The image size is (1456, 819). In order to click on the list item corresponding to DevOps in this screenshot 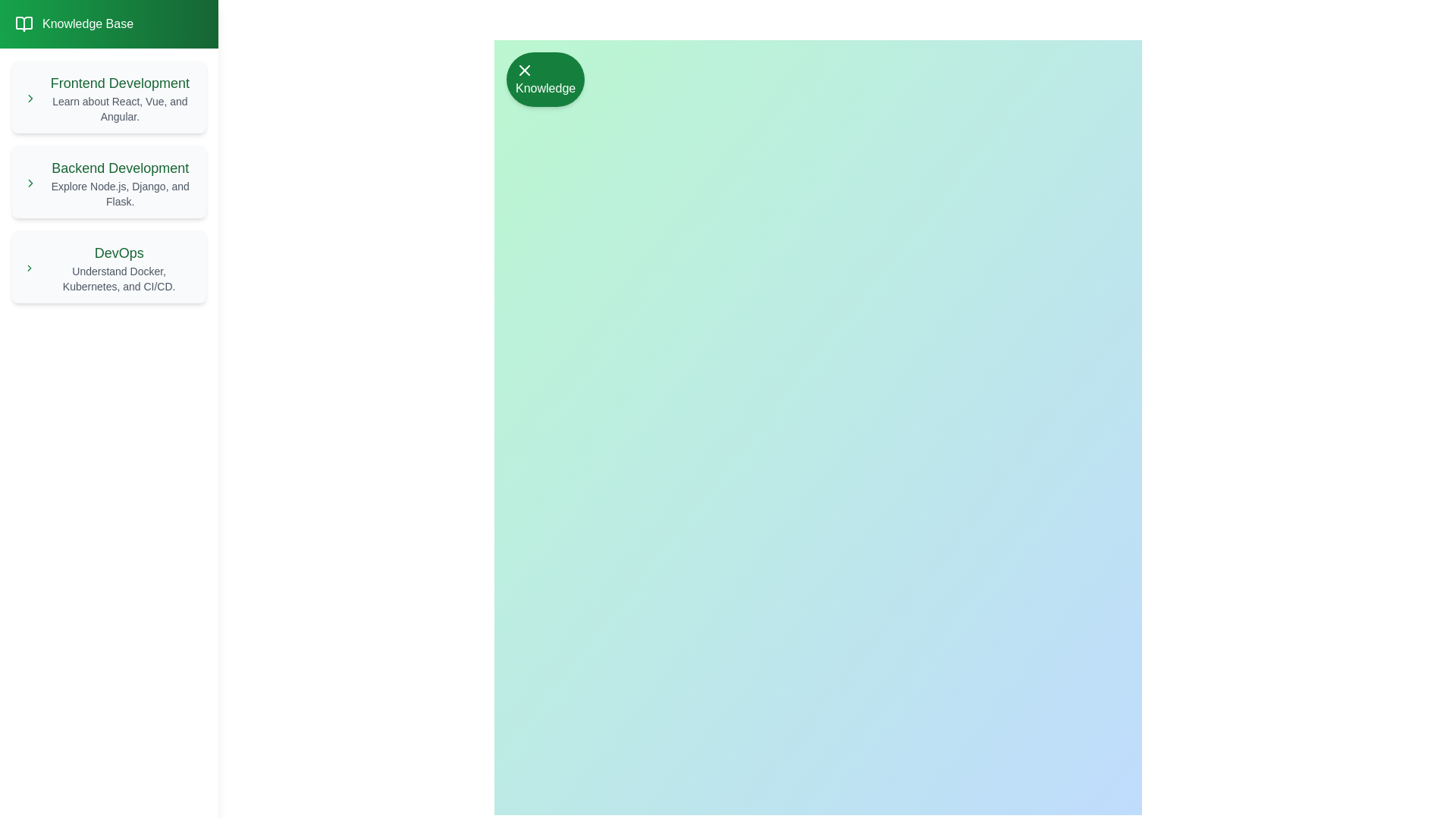, I will do `click(108, 265)`.